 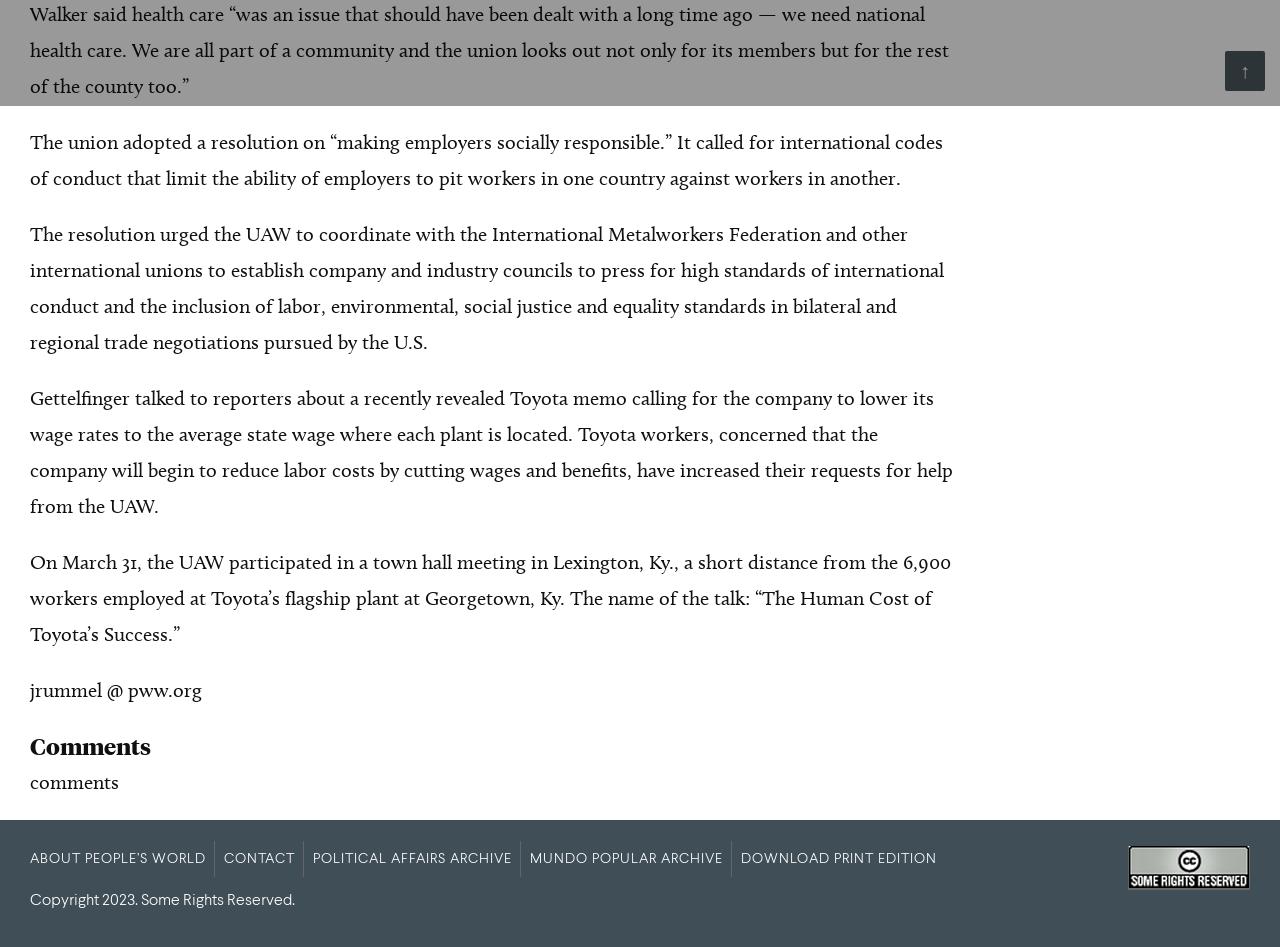 I want to click on 'jrummel @ pww.org', so click(x=114, y=688).